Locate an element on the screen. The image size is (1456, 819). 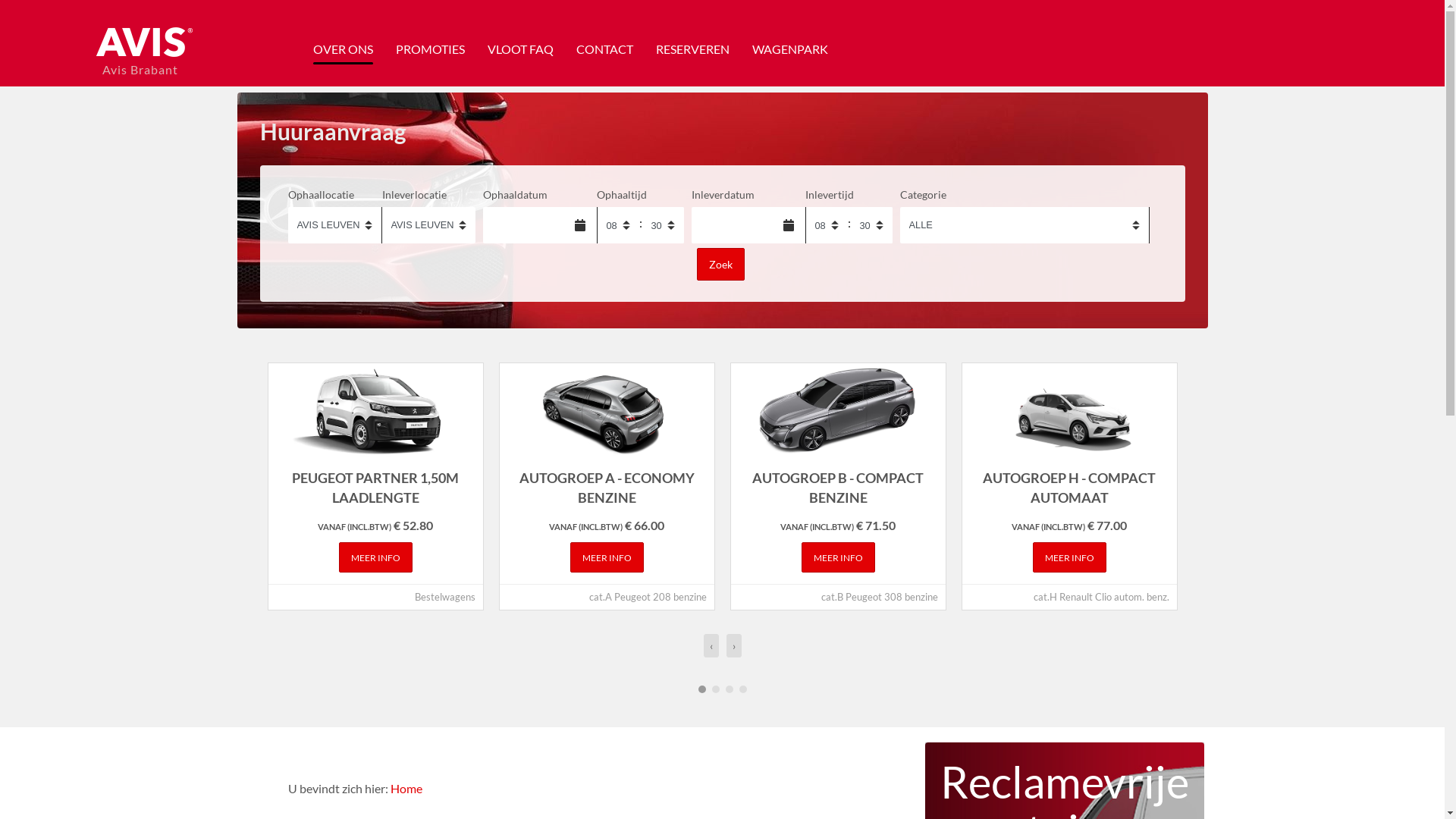
'OVER ONS' is located at coordinates (312, 48).